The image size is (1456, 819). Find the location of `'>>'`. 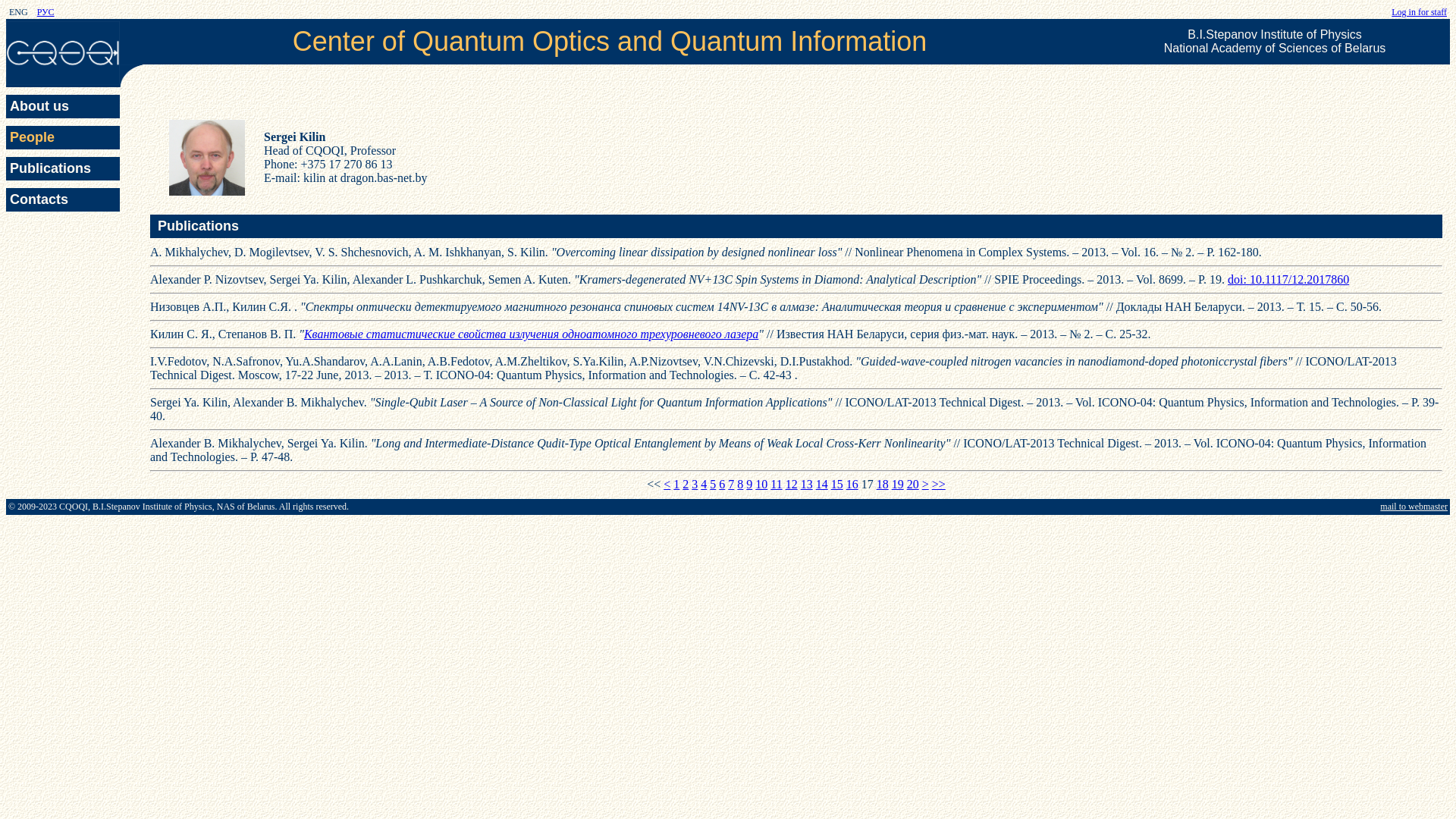

'>>' is located at coordinates (938, 484).